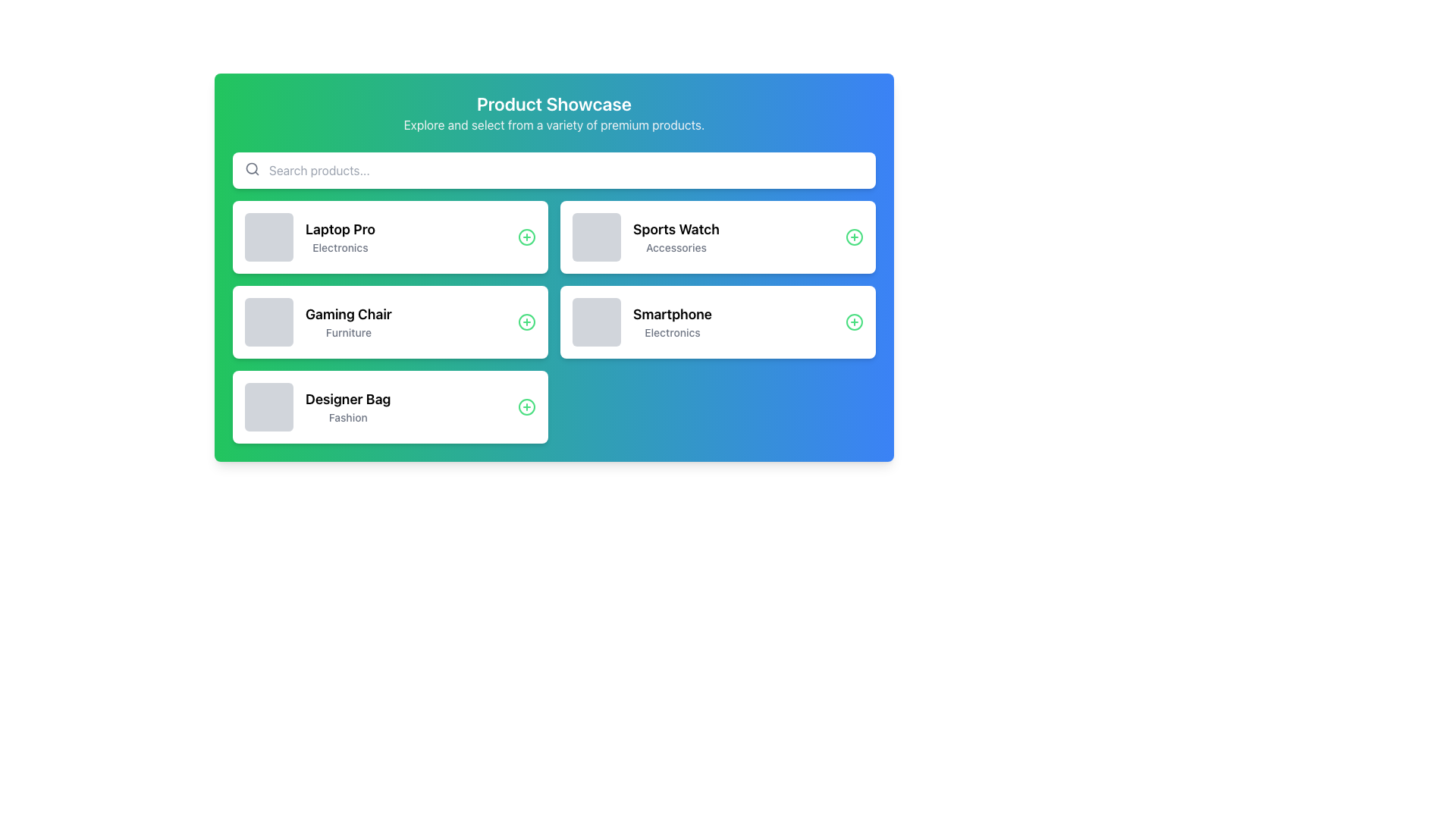 Image resolution: width=1456 pixels, height=819 pixels. Describe the element at coordinates (347, 332) in the screenshot. I see `the textual label displaying 'Furniture' located directly underneath the 'Gaming Chair' title in the card layout` at that location.